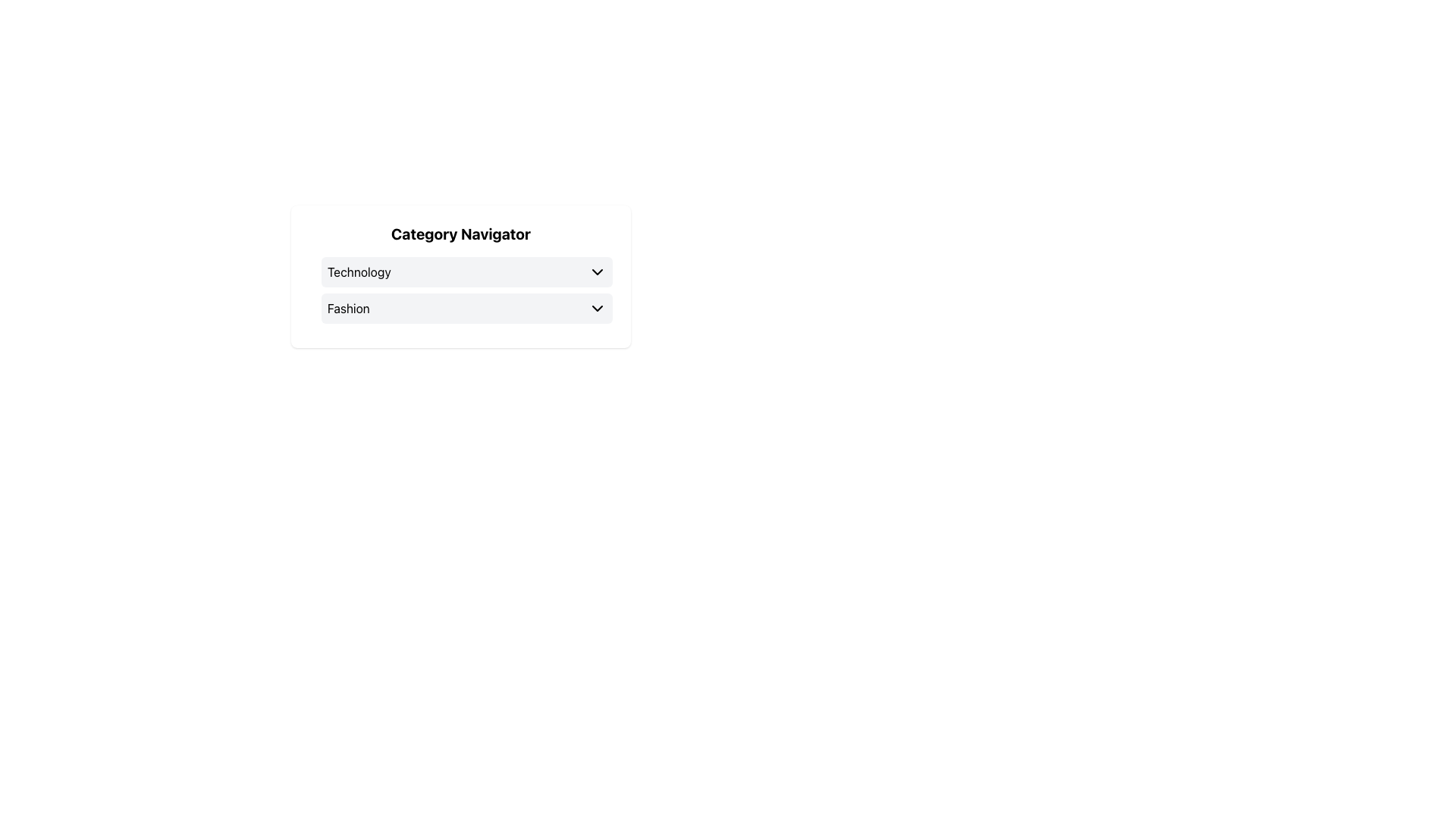 This screenshot has width=1456, height=819. What do you see at coordinates (596, 271) in the screenshot?
I see `the Dropdown indicator icon, which is a downward-pointing chevron styled with a black stroke, located to the right of the 'Technology' label` at bounding box center [596, 271].